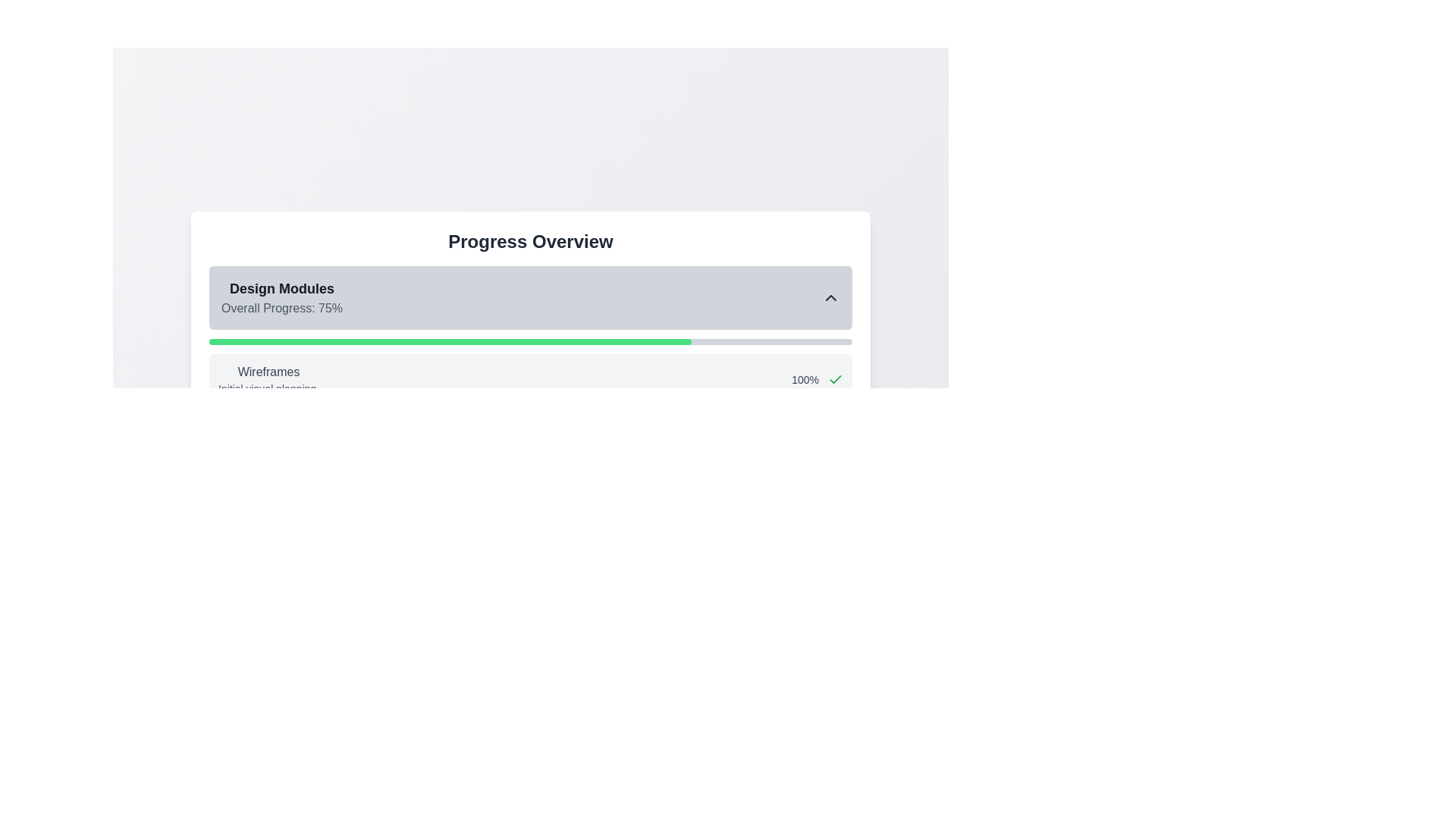 The image size is (1456, 819). I want to click on the textual label that displays information in the progress overview, positioned below the 'Design Modules' progress bar and next to the '100%' text, so click(268, 379).